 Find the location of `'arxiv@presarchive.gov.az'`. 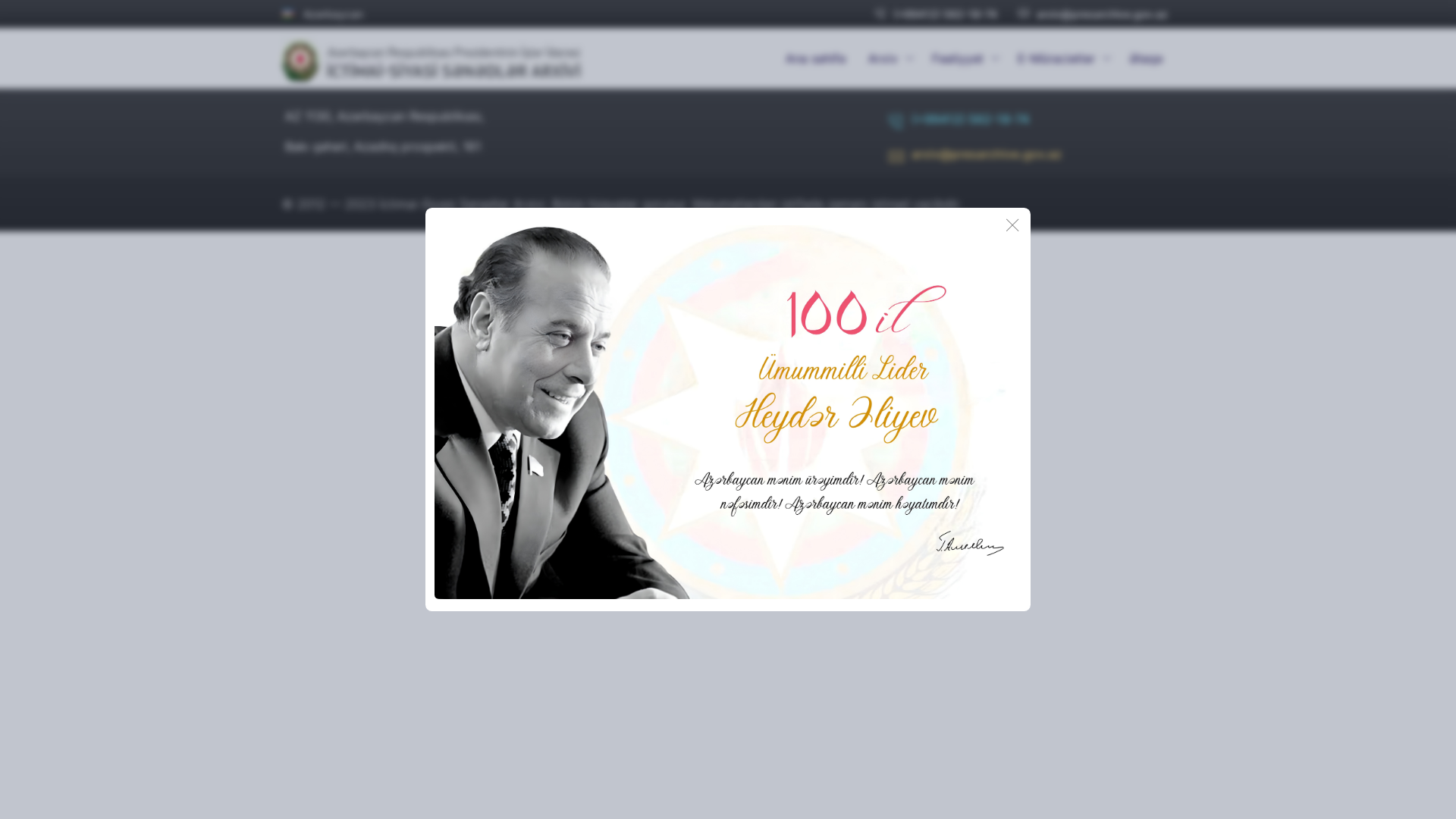

'arxiv@presarchive.gov.az' is located at coordinates (975, 158).